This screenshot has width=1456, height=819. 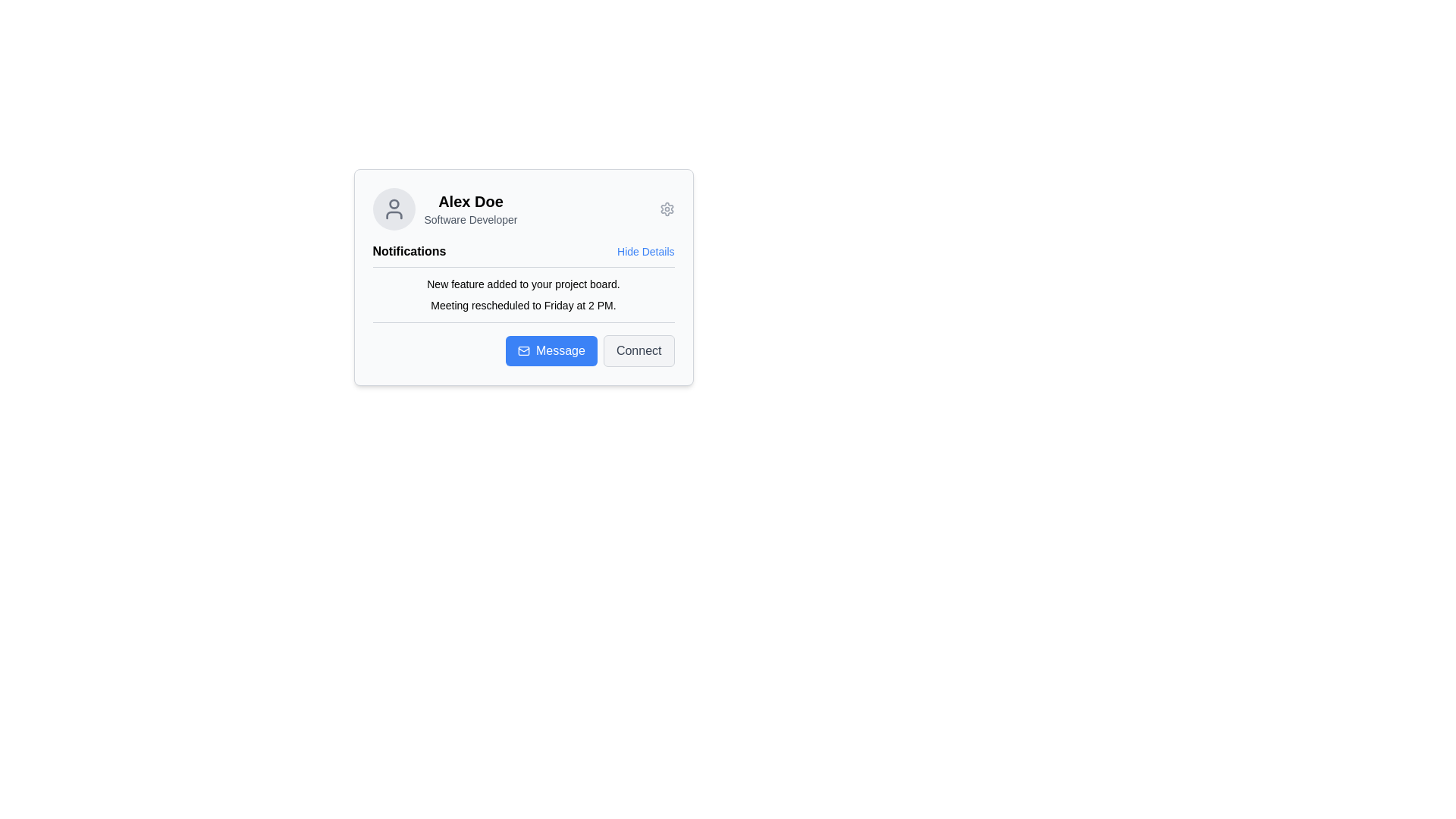 What do you see at coordinates (523, 295) in the screenshot?
I see `the Text block containing the notifications about the new feature and the rescheduled meeting, located in the lower-middle of the Notifications panel` at bounding box center [523, 295].